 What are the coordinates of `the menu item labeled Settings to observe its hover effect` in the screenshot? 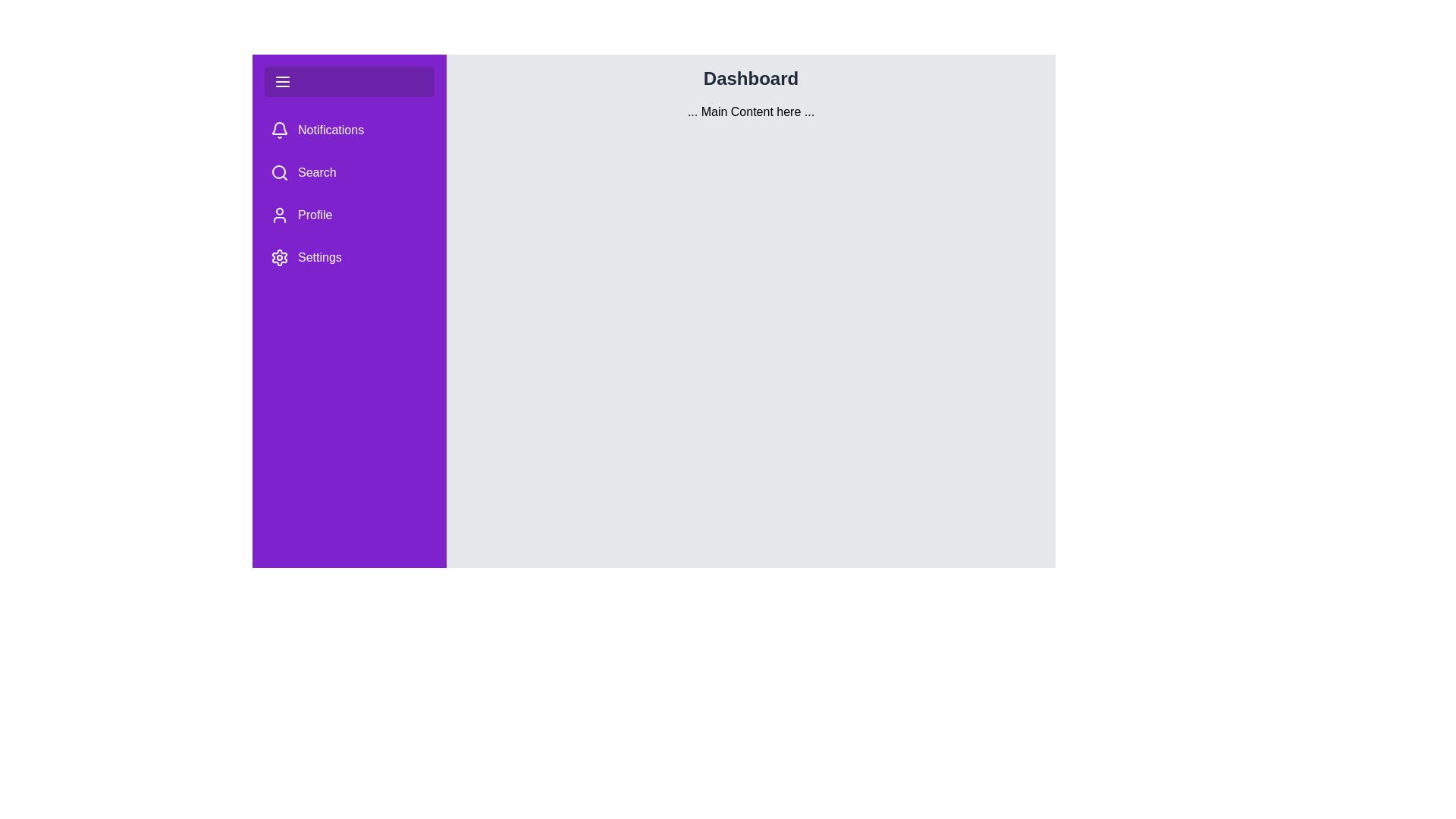 It's located at (348, 256).